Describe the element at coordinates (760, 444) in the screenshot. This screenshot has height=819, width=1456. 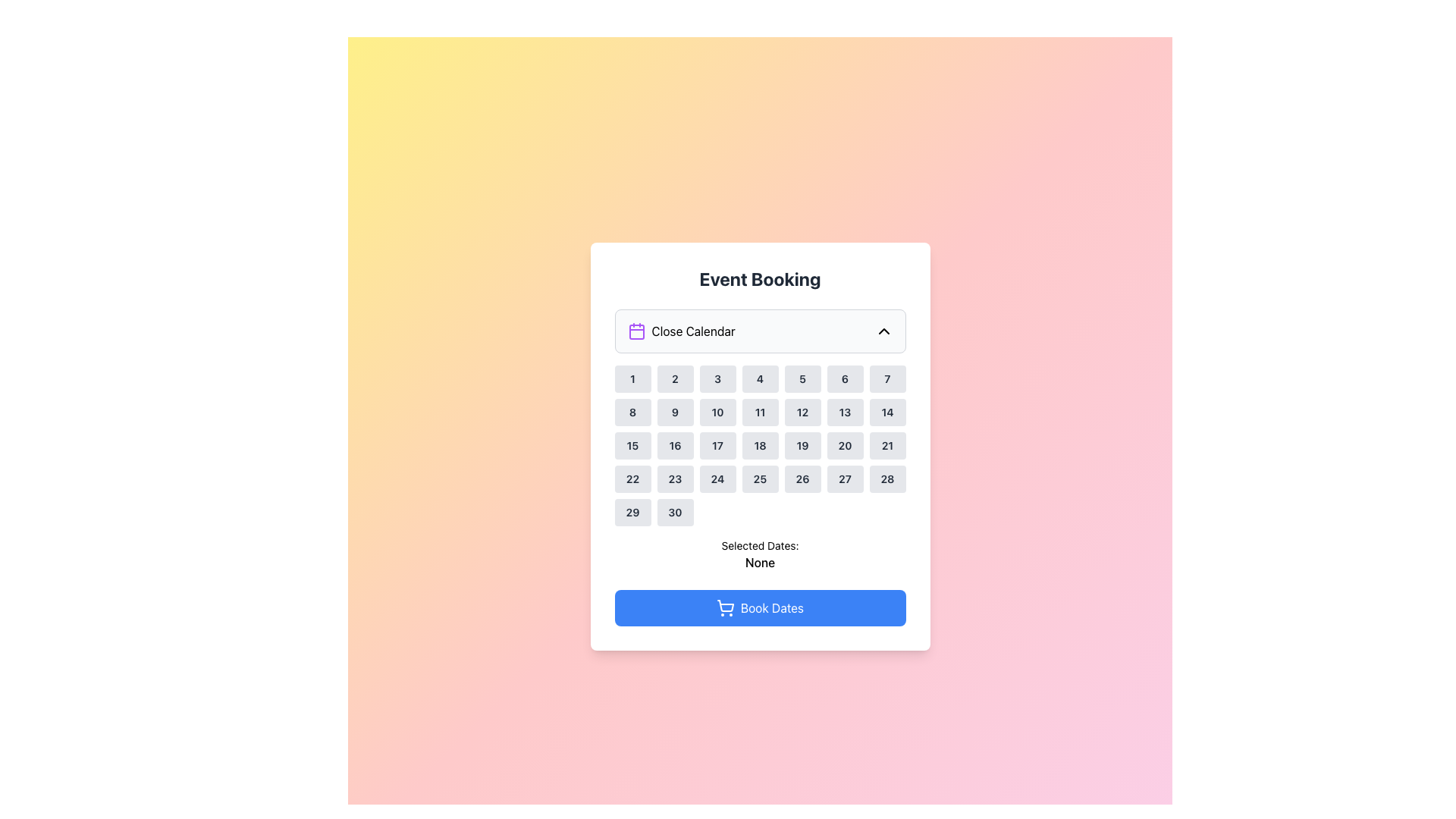
I see `the button representing the 18th day in the calendar` at that location.